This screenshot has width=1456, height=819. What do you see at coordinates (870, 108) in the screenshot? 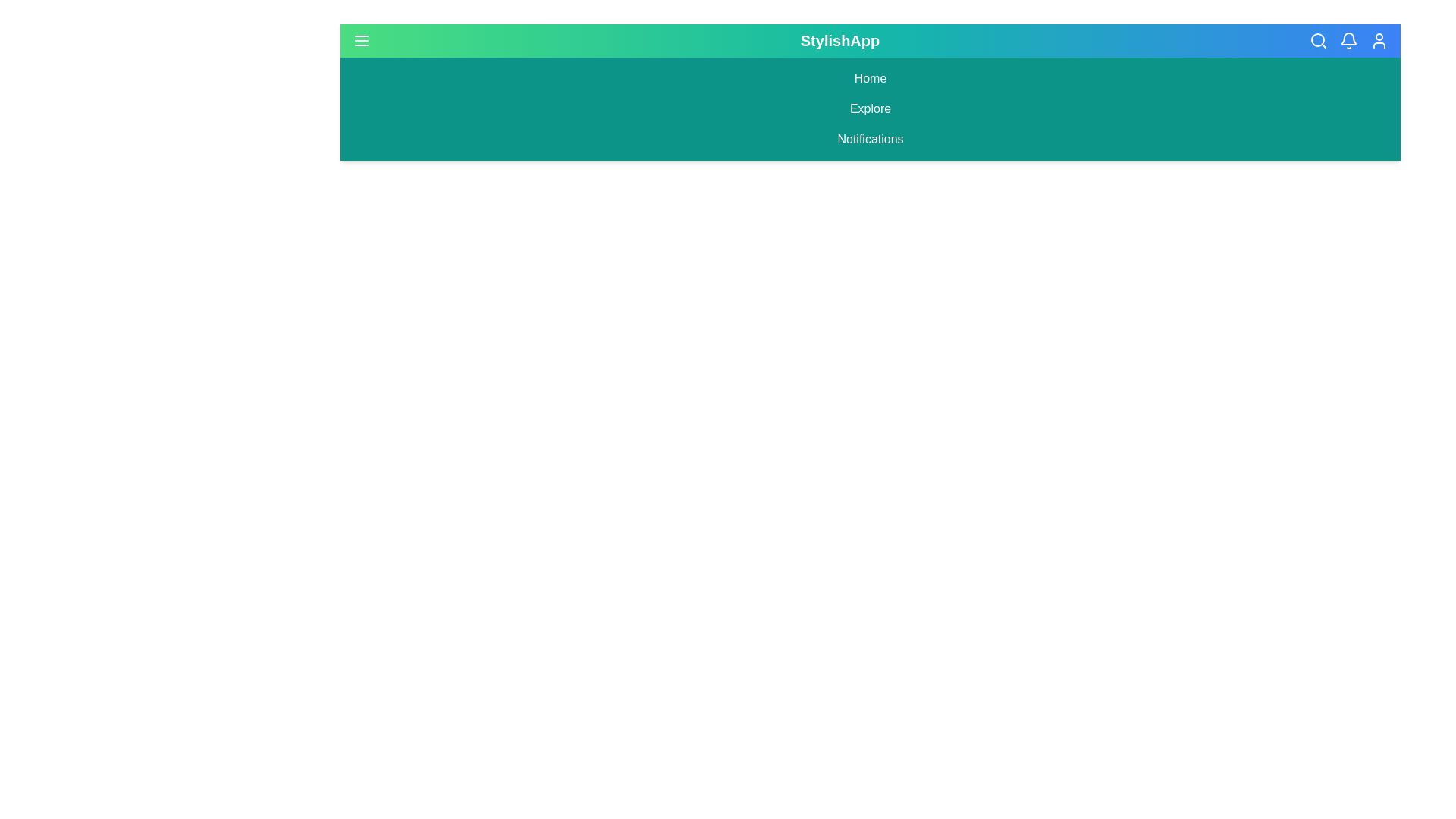
I see `the navigation link Explore` at bounding box center [870, 108].